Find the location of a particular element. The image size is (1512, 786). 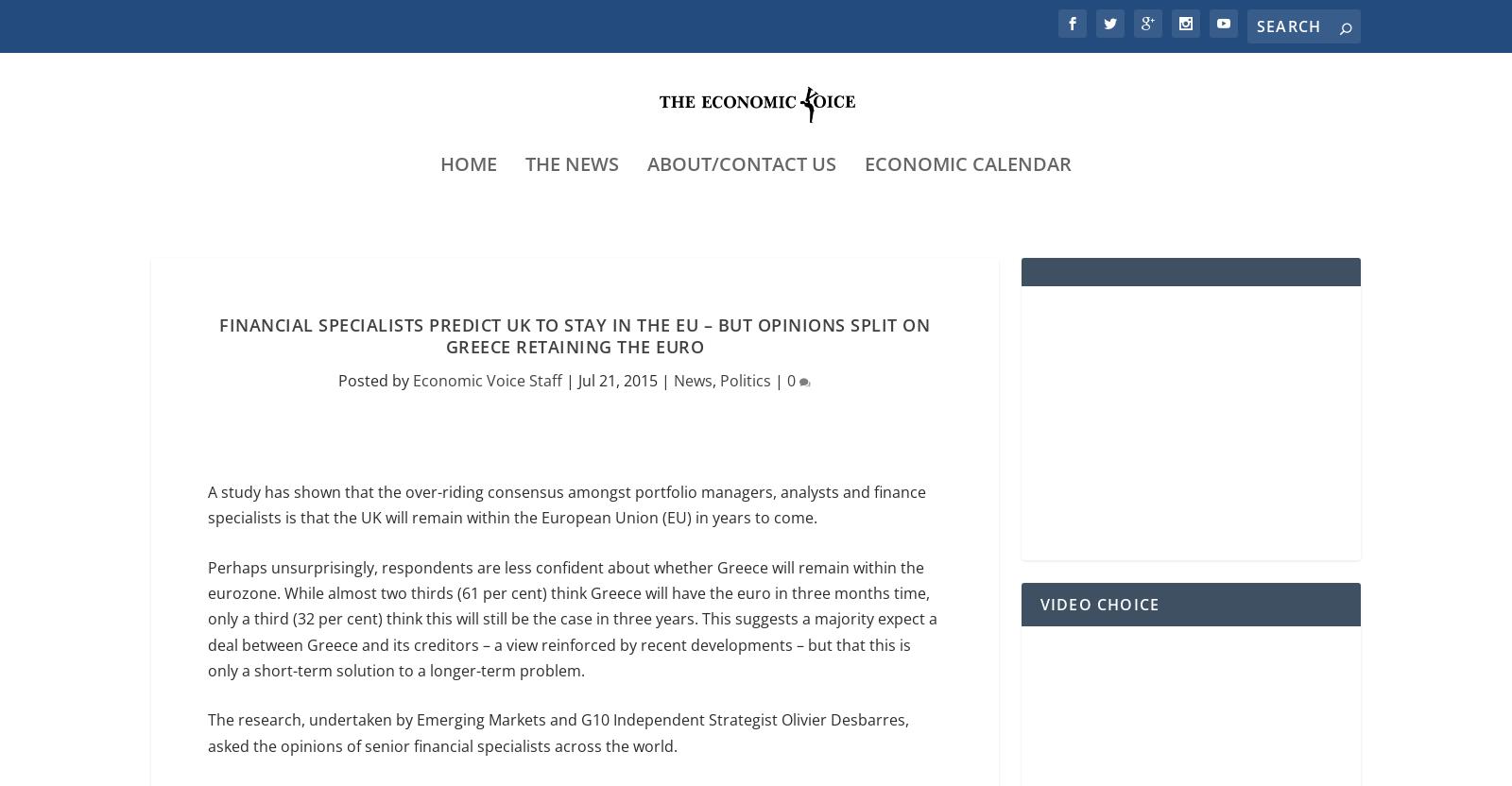

'About/Contact Us' is located at coordinates (741, 160).